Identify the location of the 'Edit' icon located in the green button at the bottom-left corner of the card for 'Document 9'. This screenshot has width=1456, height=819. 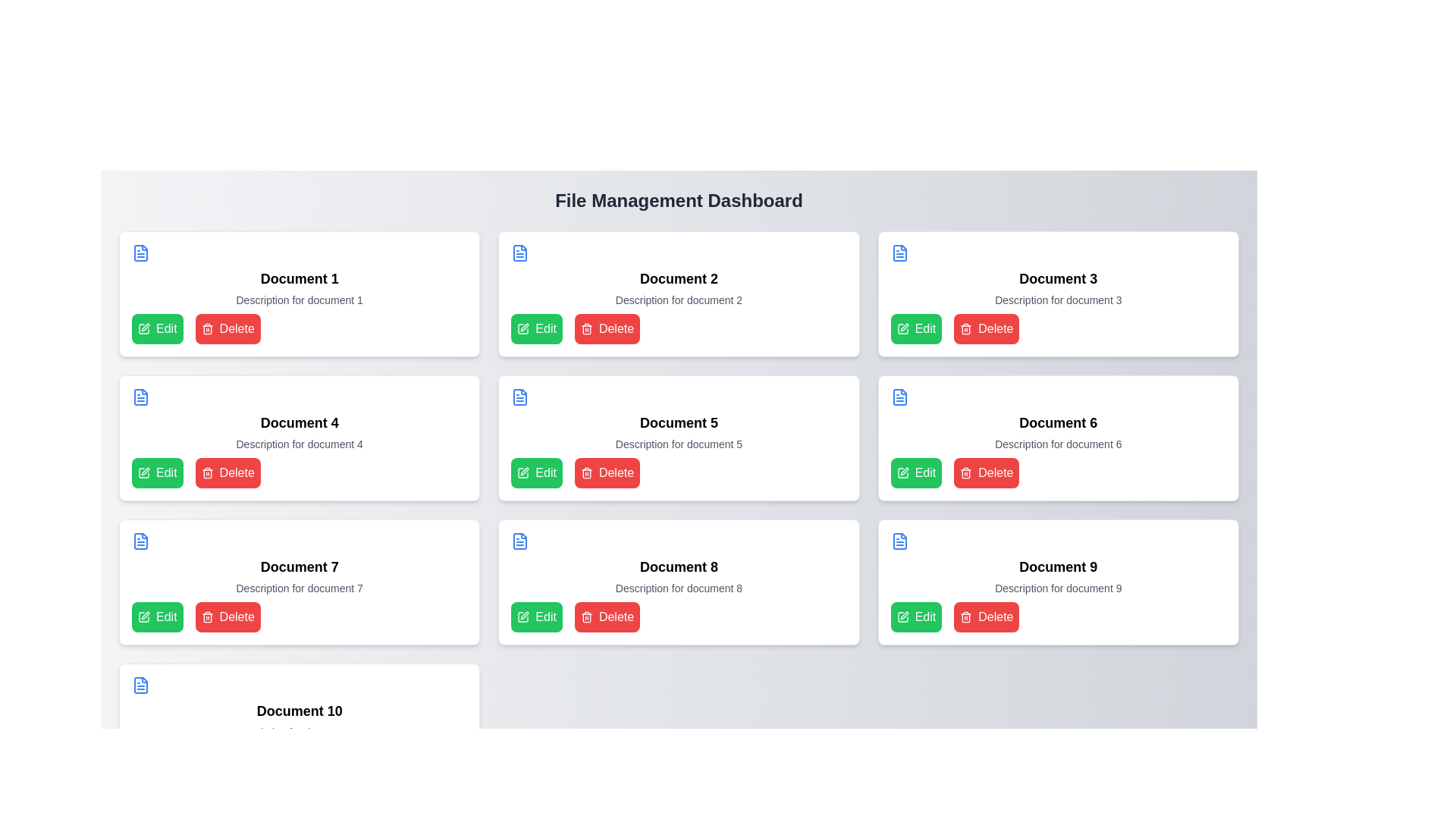
(902, 617).